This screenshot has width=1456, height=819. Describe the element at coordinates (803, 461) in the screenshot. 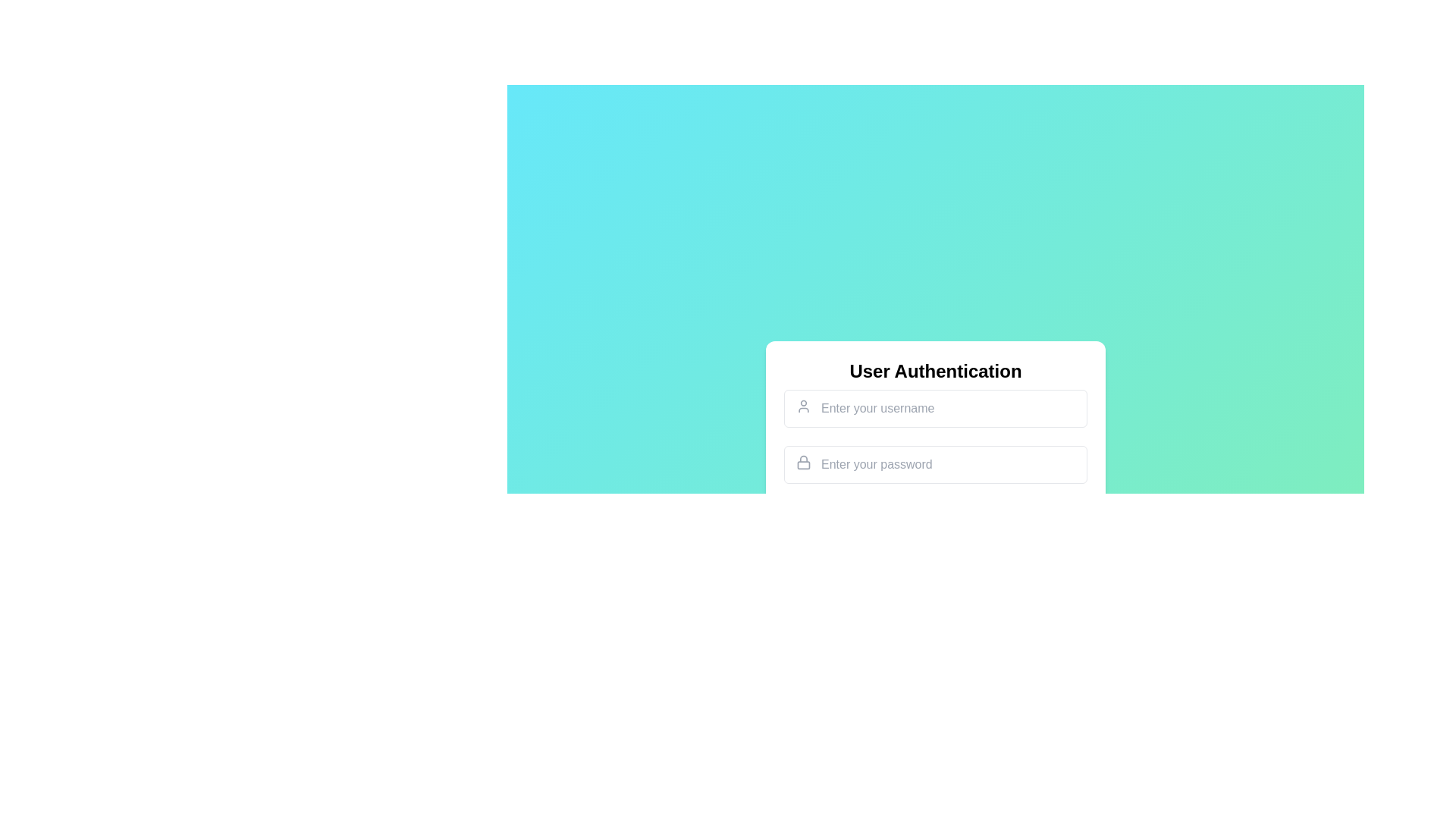

I see `the password icon located on the left side of the password input field, which visually indicates the purpose of the adjacent input field for entering a password` at that location.